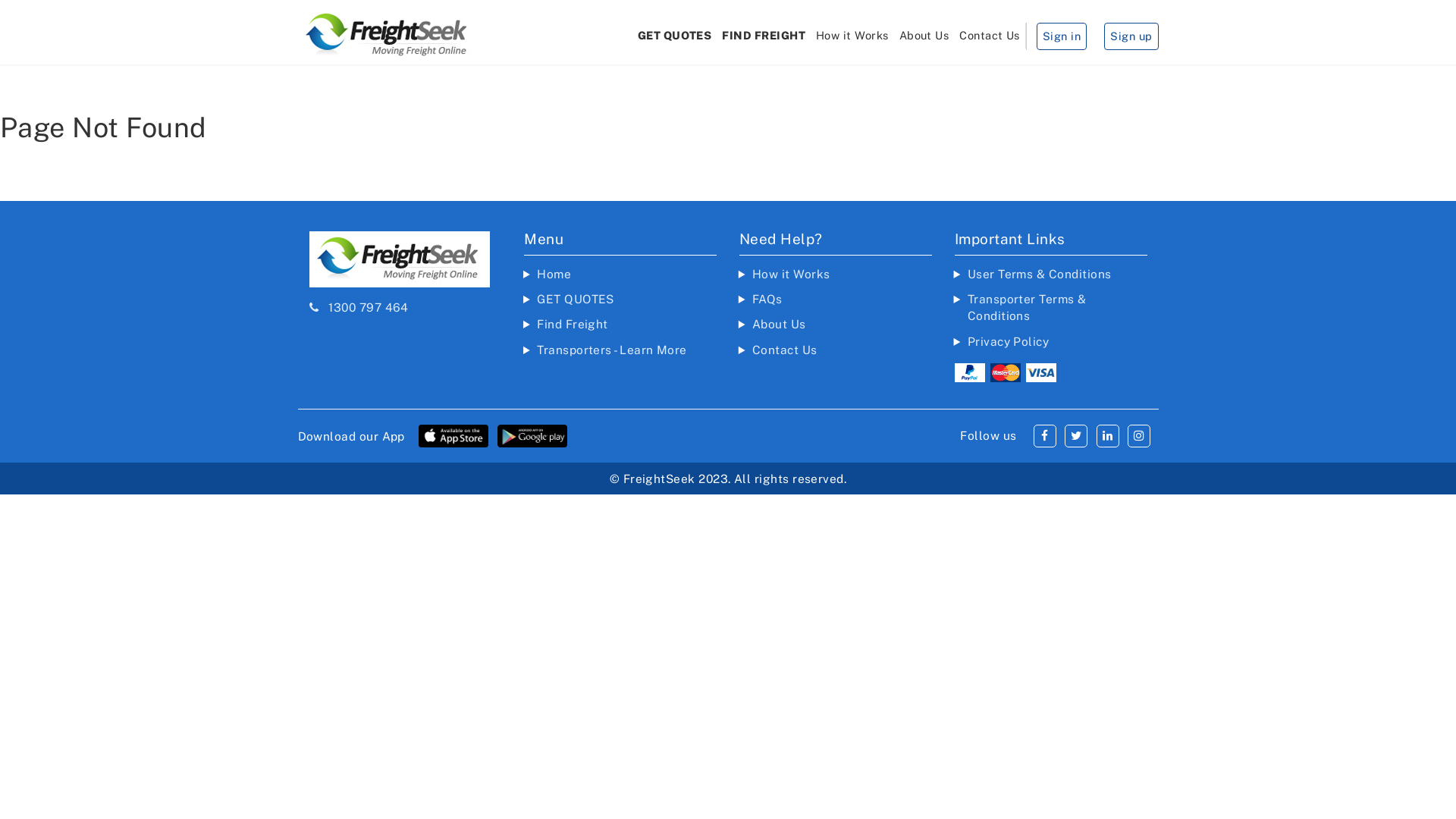  I want to click on 'Sign up', so click(1131, 35).